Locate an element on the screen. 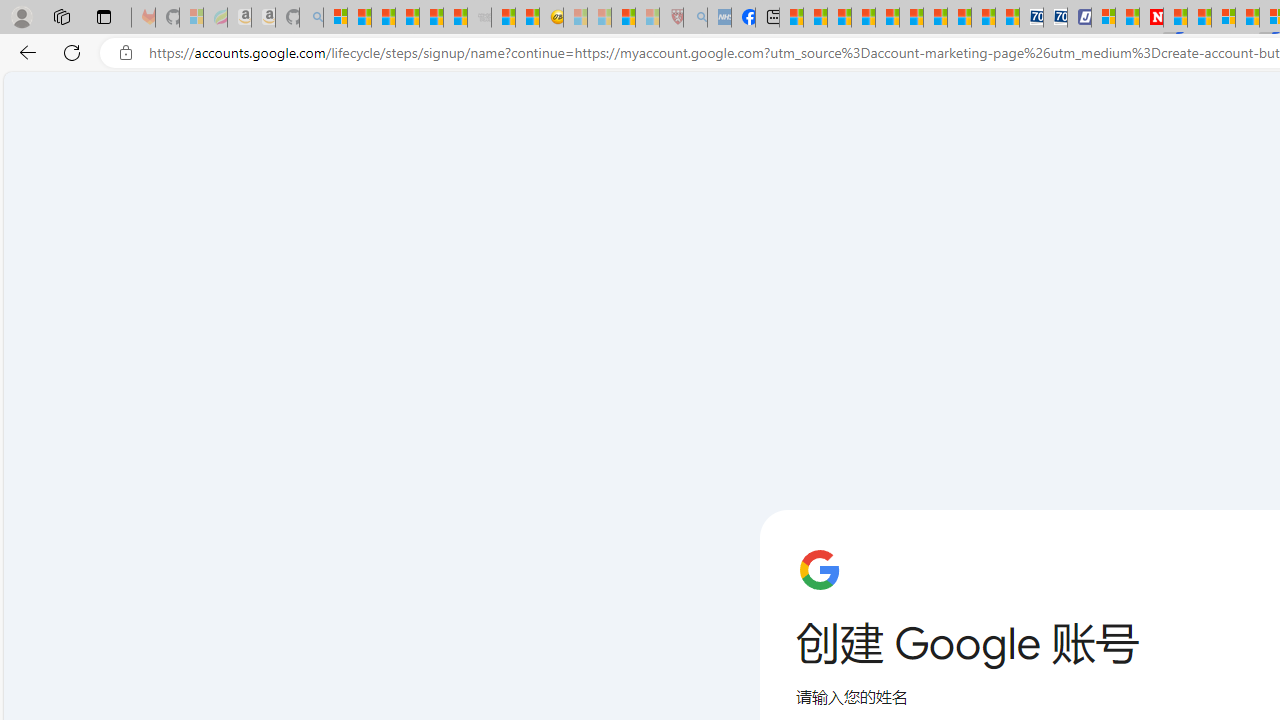  'Climate Damage Becomes Too Severe To Reverse' is located at coordinates (864, 17).